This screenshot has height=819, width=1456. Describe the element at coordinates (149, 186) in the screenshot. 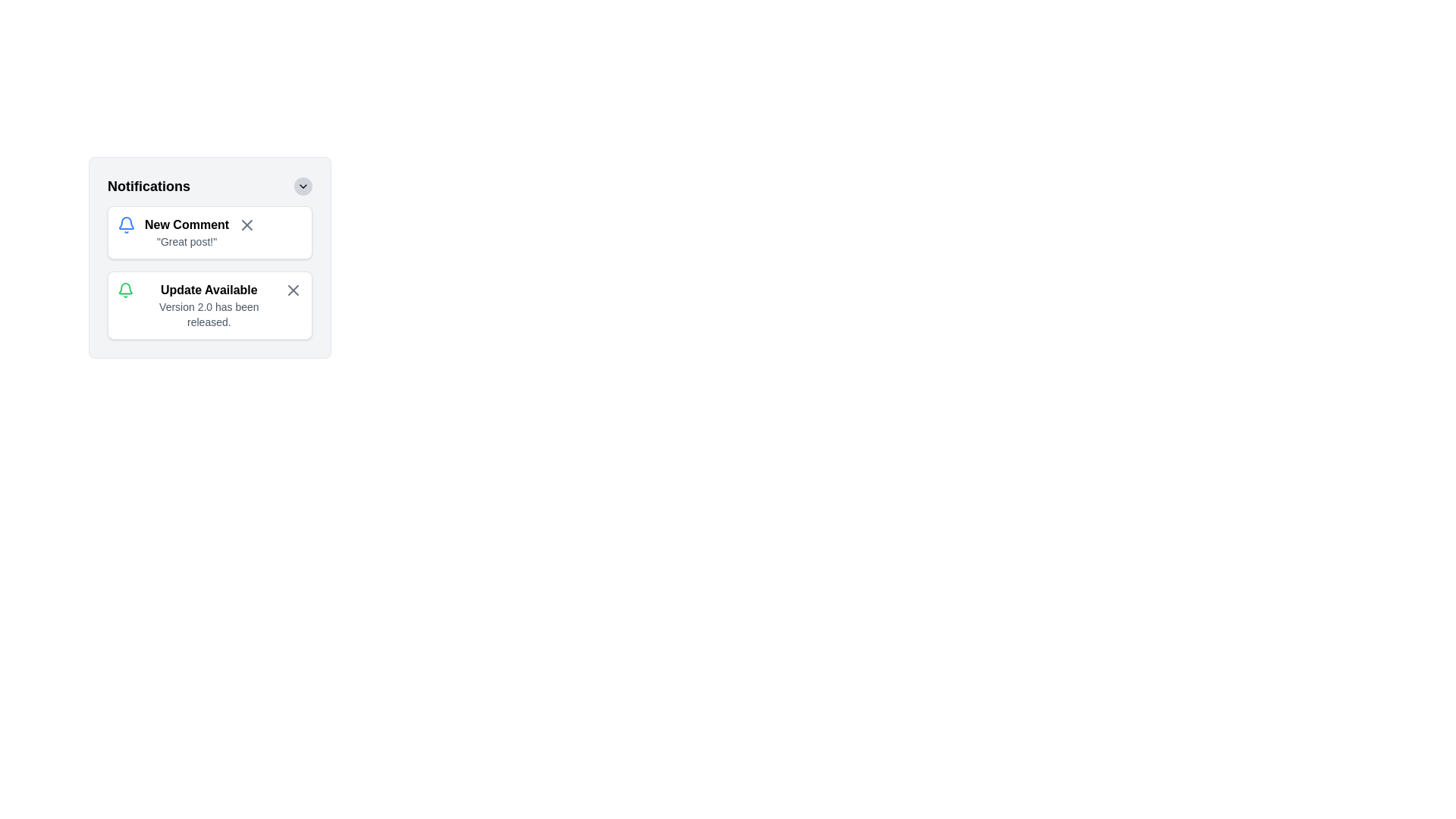

I see `the bold, black-colored text label reading 'Notifications' located at the upper-left corner of the notification panel` at that location.